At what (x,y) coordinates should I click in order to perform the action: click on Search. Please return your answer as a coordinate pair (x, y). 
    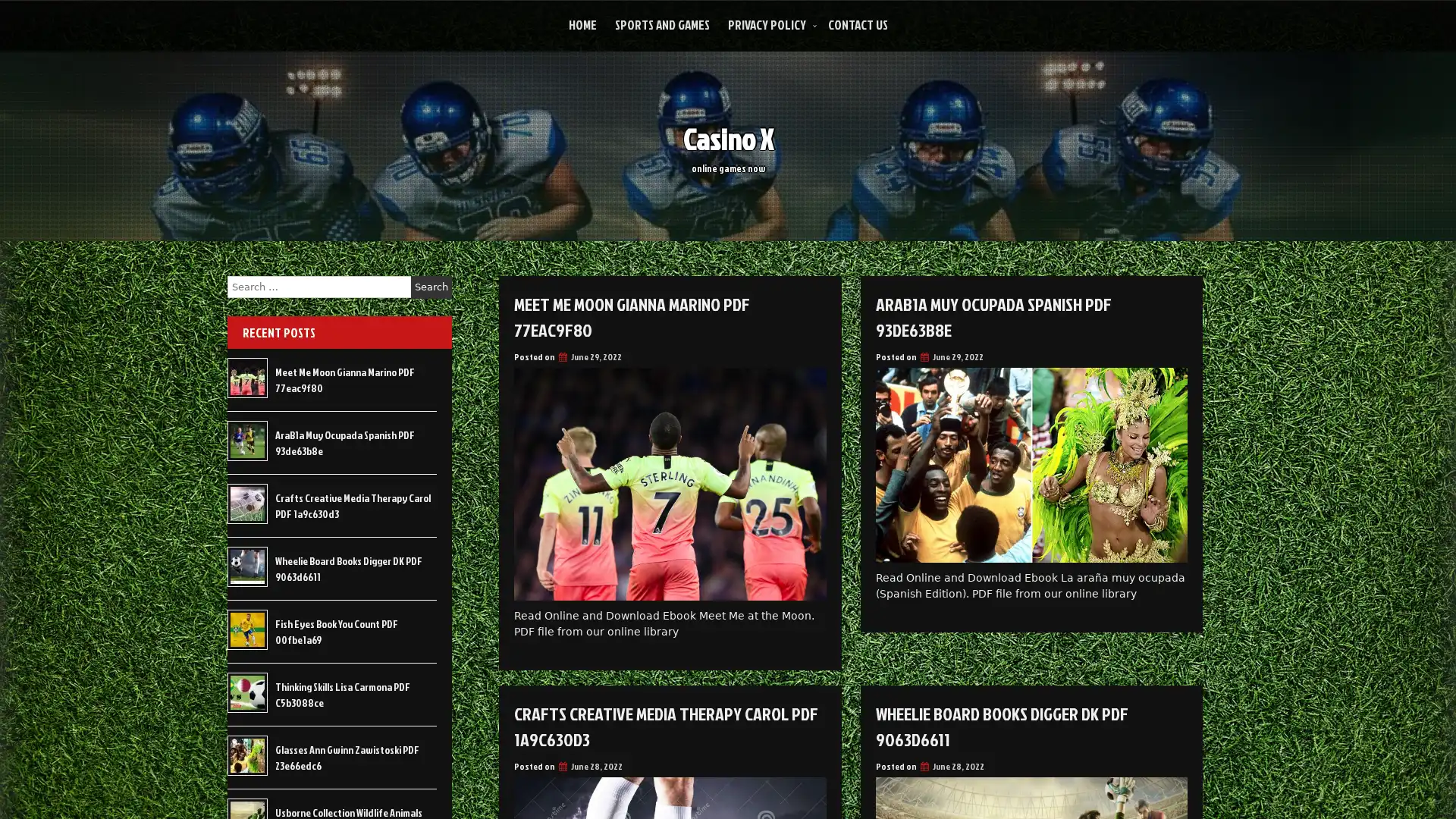
    Looking at the image, I should click on (431, 287).